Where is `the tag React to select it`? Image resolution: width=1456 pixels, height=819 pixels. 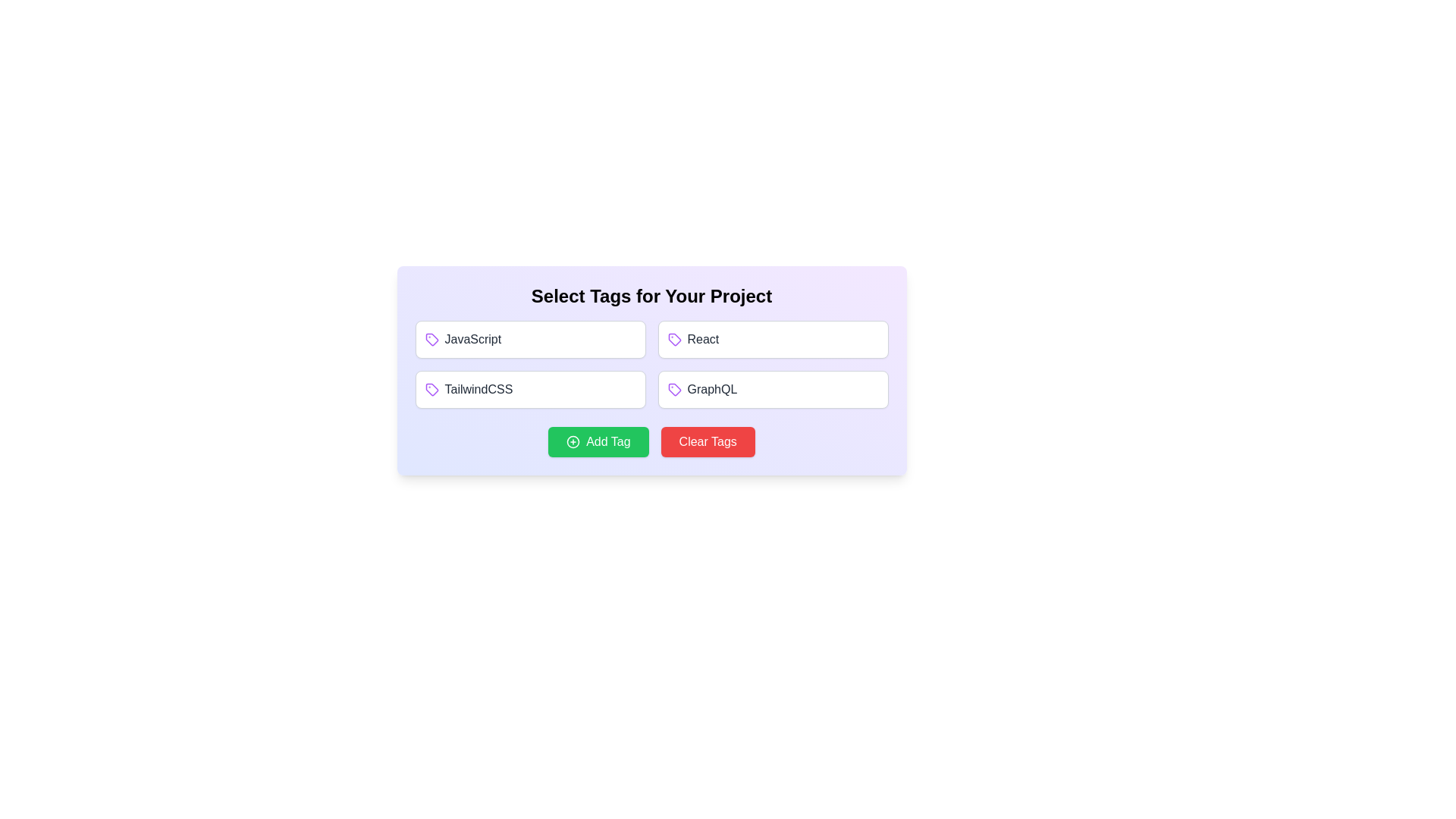 the tag React to select it is located at coordinates (773, 338).